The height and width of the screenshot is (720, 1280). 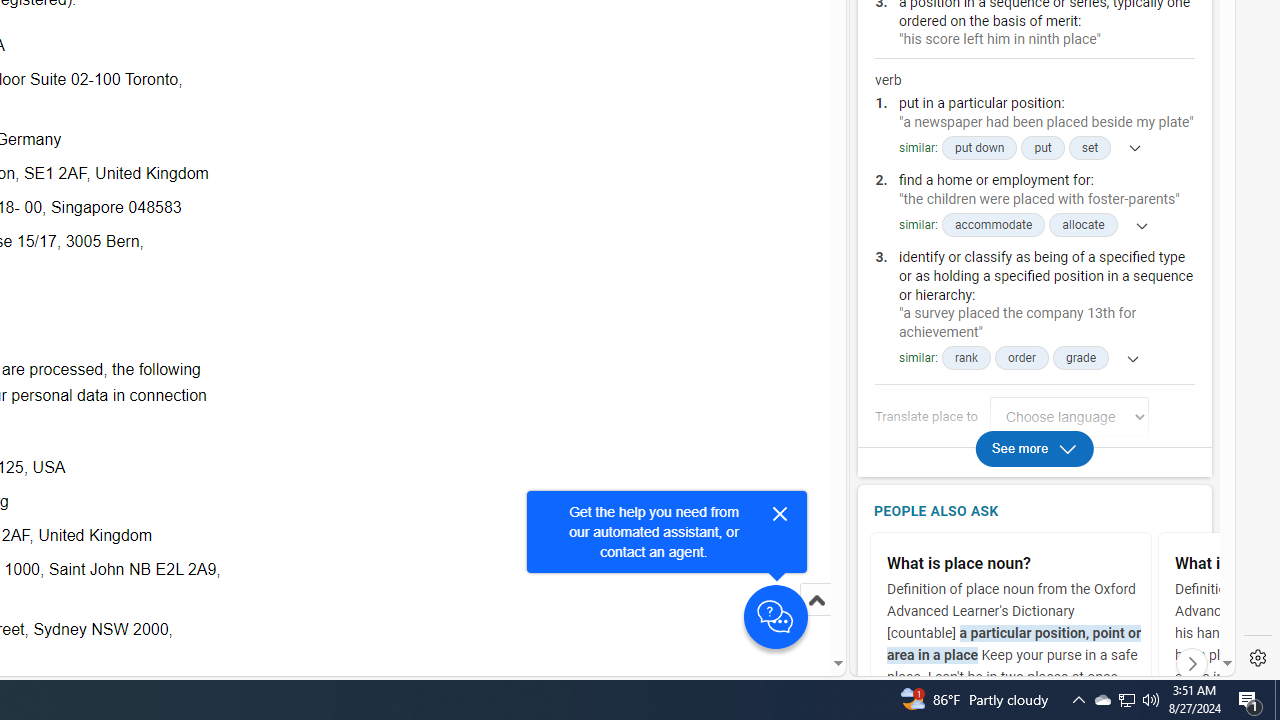 I want to click on 'put', so click(x=1042, y=147).